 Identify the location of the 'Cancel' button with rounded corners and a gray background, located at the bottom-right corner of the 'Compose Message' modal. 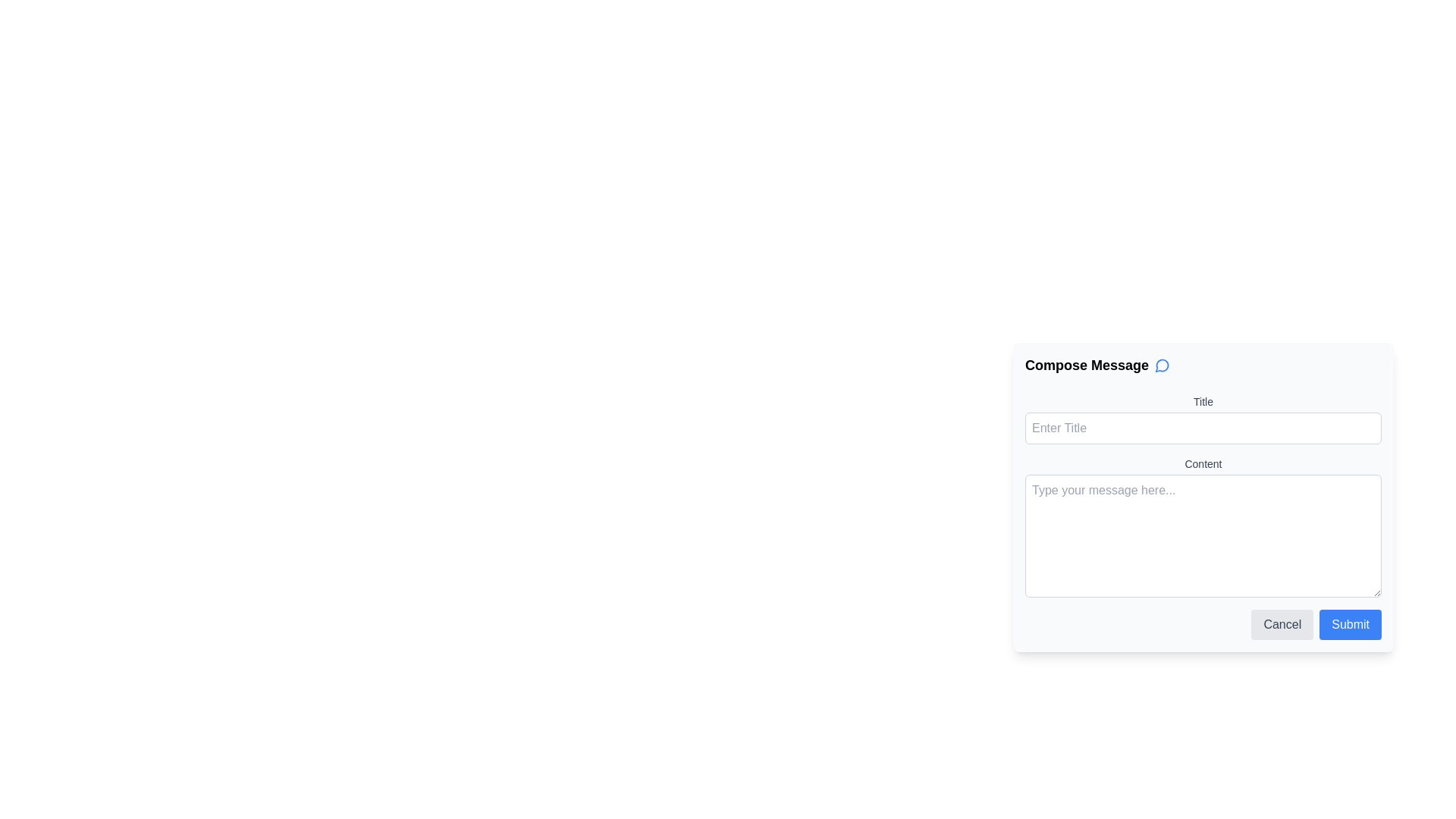
(1282, 625).